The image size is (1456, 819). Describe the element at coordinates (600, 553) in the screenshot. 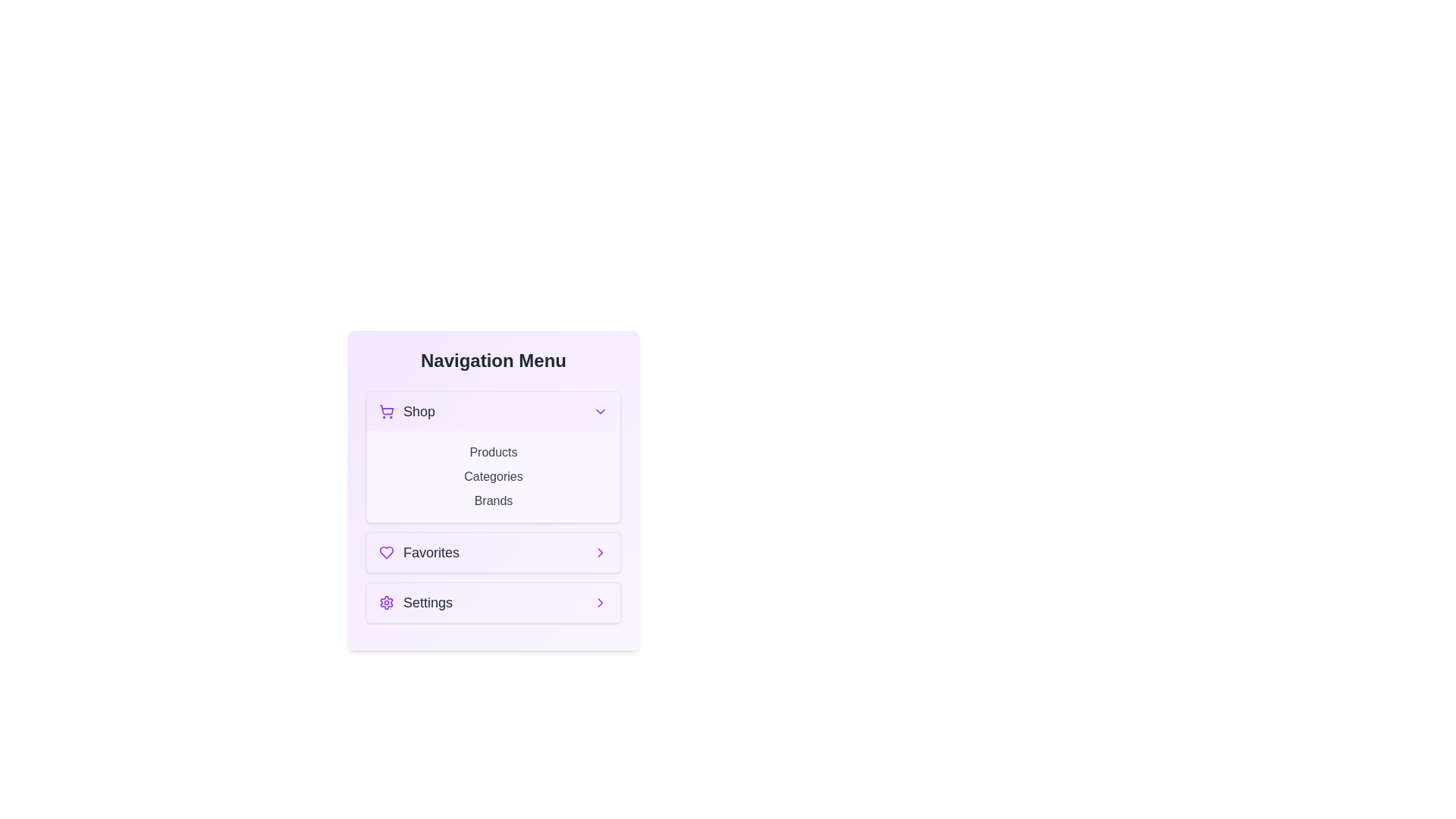

I see `the right-pointing chevron icon with a thin purple outline located at the far right of the 'Favorites' menu item in the navigation menu` at that location.